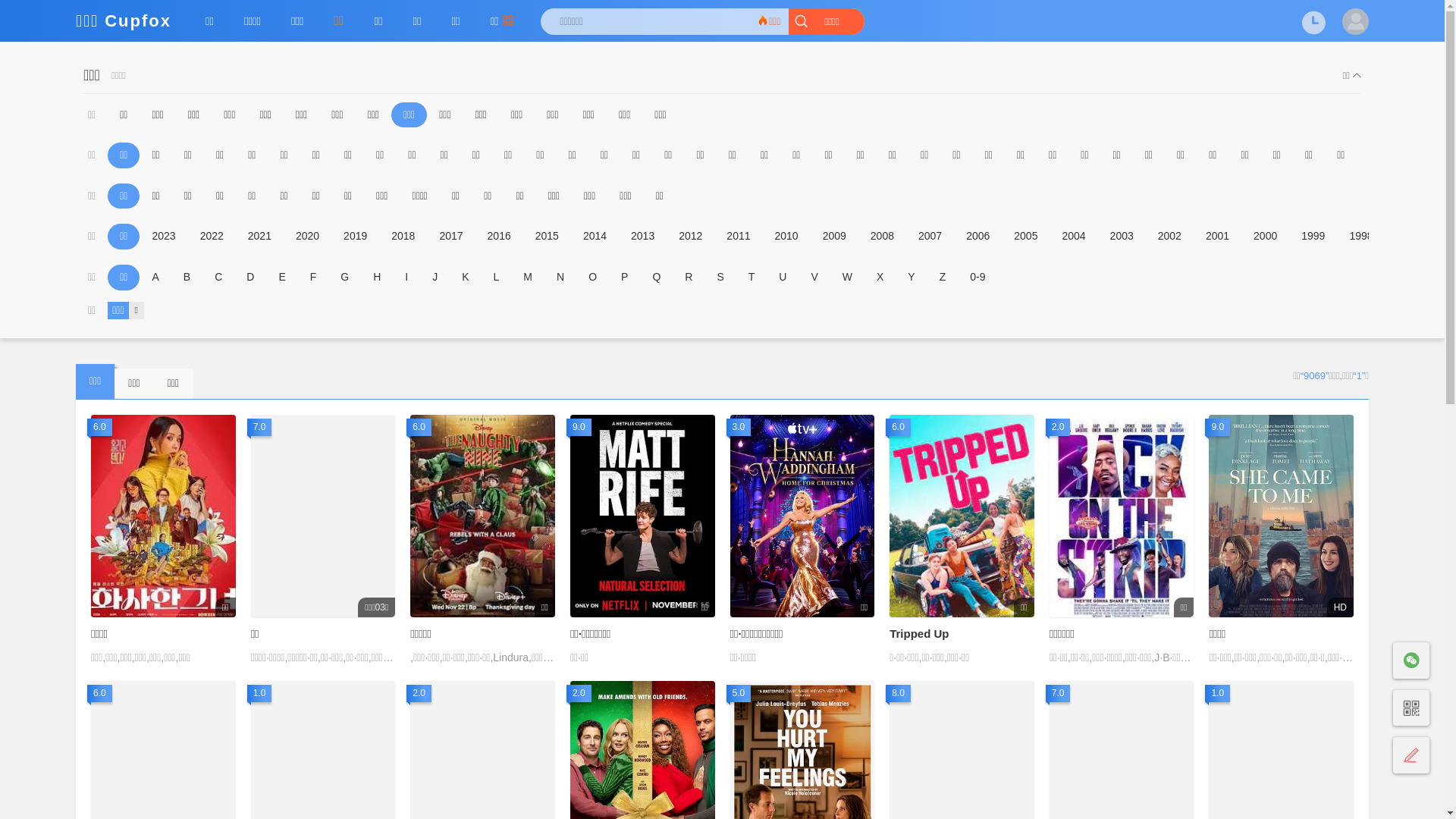 This screenshot has width=1456, height=819. I want to click on 'Y', so click(895, 278).